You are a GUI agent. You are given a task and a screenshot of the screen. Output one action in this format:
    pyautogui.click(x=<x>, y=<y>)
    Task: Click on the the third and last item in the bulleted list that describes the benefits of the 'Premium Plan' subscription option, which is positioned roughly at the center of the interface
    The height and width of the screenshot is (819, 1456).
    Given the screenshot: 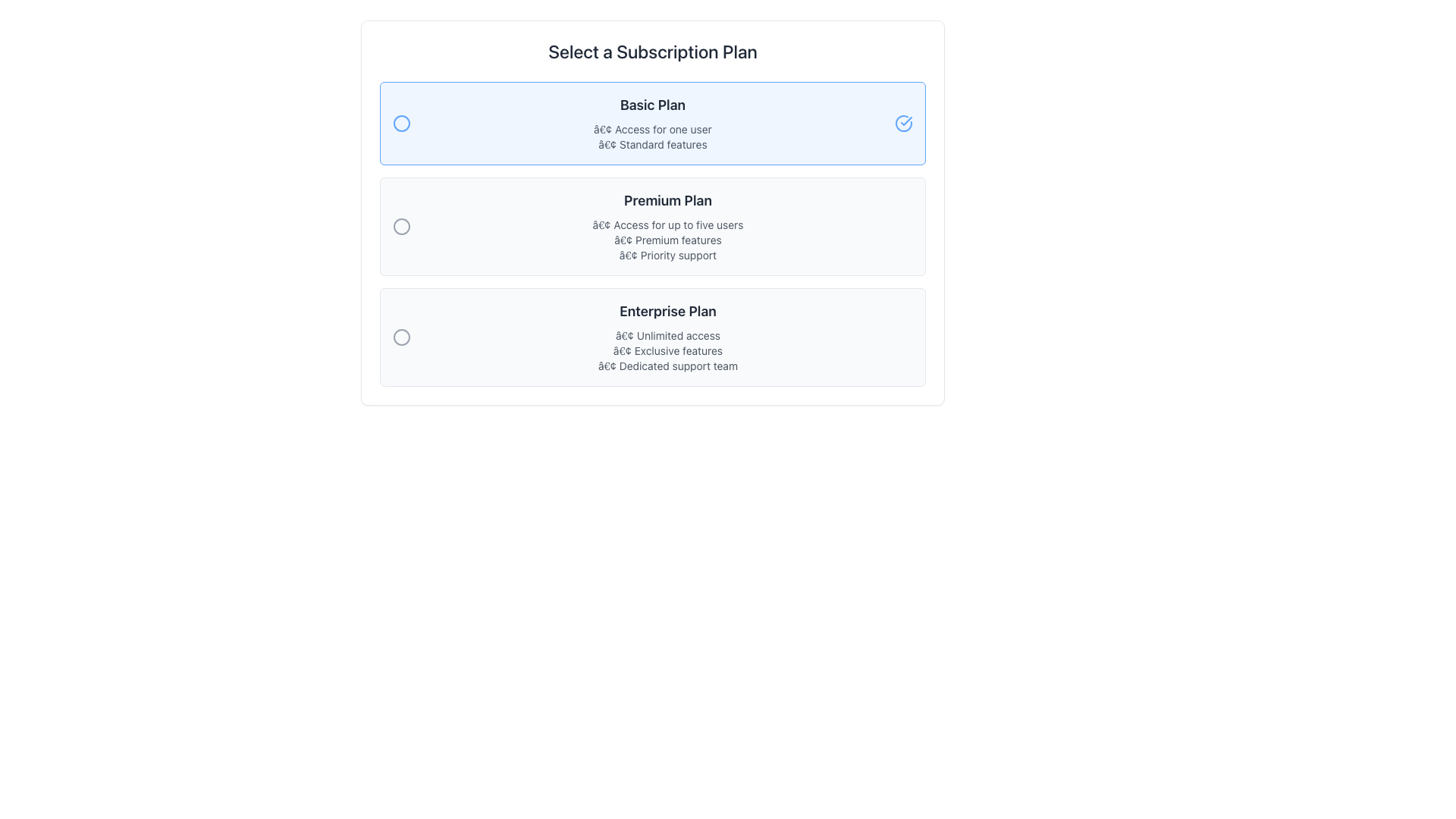 What is the action you would take?
    pyautogui.click(x=667, y=254)
    